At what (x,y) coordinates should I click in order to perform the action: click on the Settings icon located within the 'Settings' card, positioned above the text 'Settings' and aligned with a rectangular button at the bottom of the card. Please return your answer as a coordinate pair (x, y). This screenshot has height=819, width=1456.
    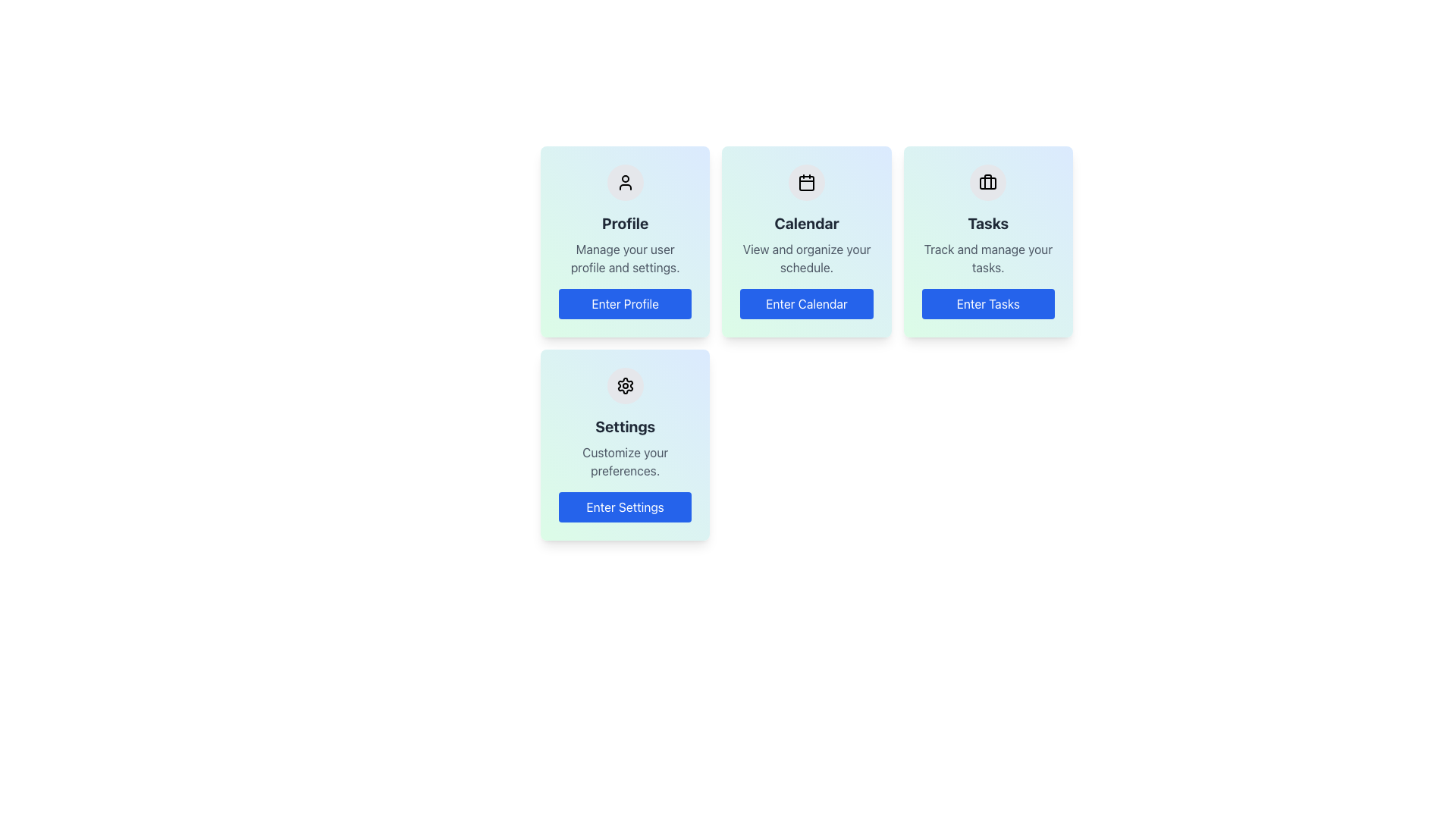
    Looking at the image, I should click on (625, 385).